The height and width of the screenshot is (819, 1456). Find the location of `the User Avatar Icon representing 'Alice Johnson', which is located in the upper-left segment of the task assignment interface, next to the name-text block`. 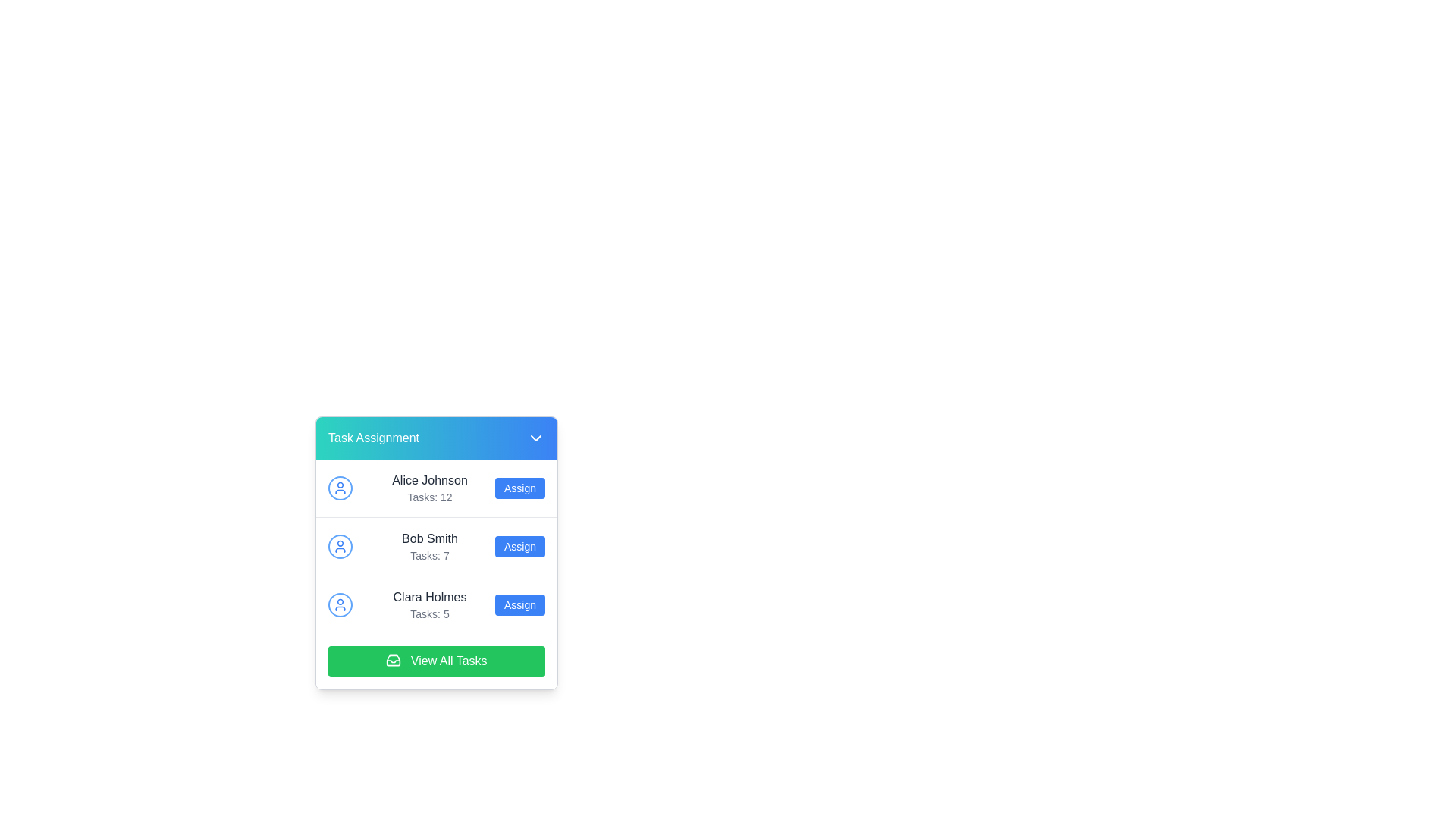

the User Avatar Icon representing 'Alice Johnson', which is located in the upper-left segment of the task assignment interface, next to the name-text block is located at coordinates (340, 488).